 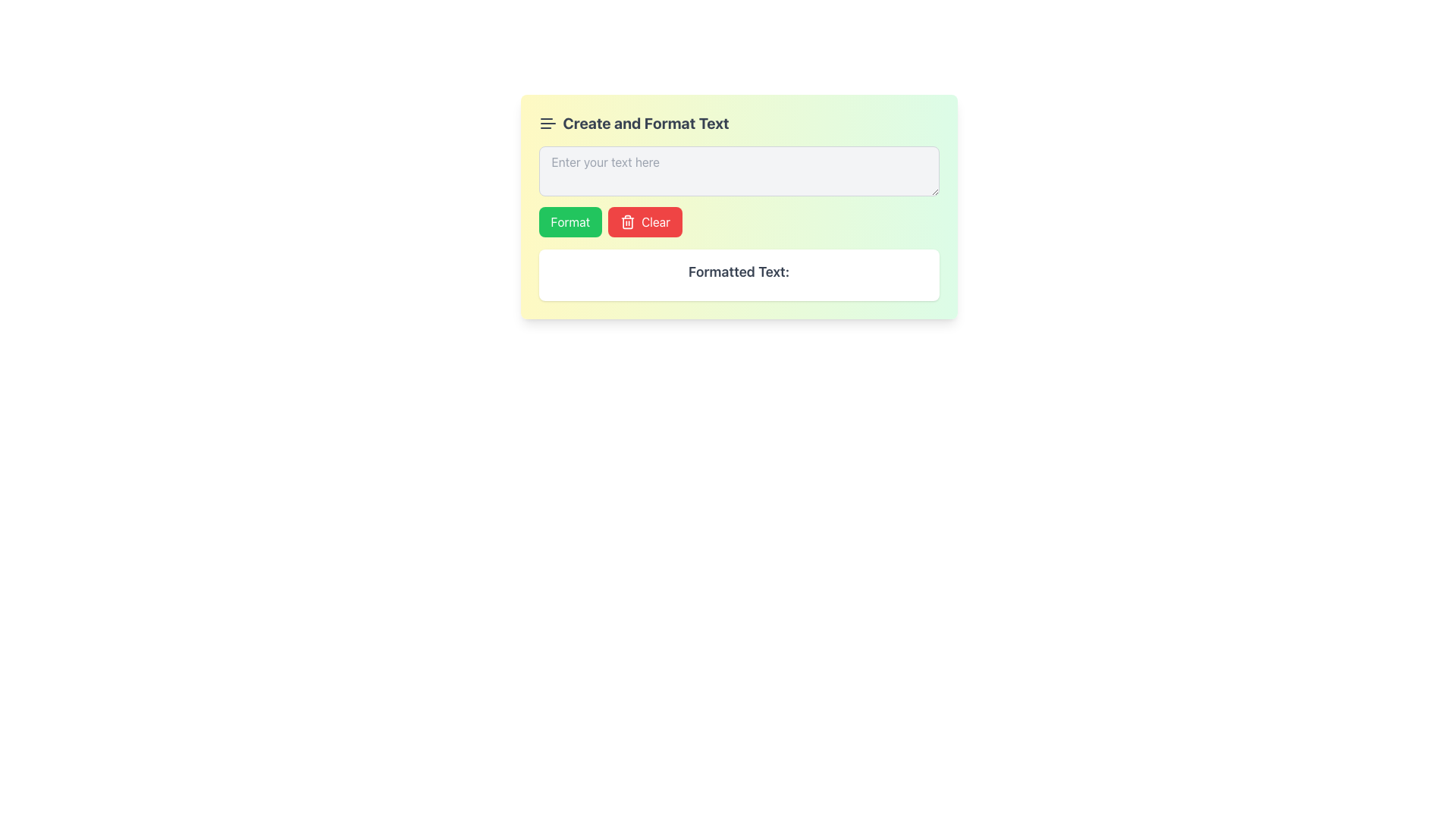 I want to click on the green 'Format' button with white text, so click(x=570, y=222).